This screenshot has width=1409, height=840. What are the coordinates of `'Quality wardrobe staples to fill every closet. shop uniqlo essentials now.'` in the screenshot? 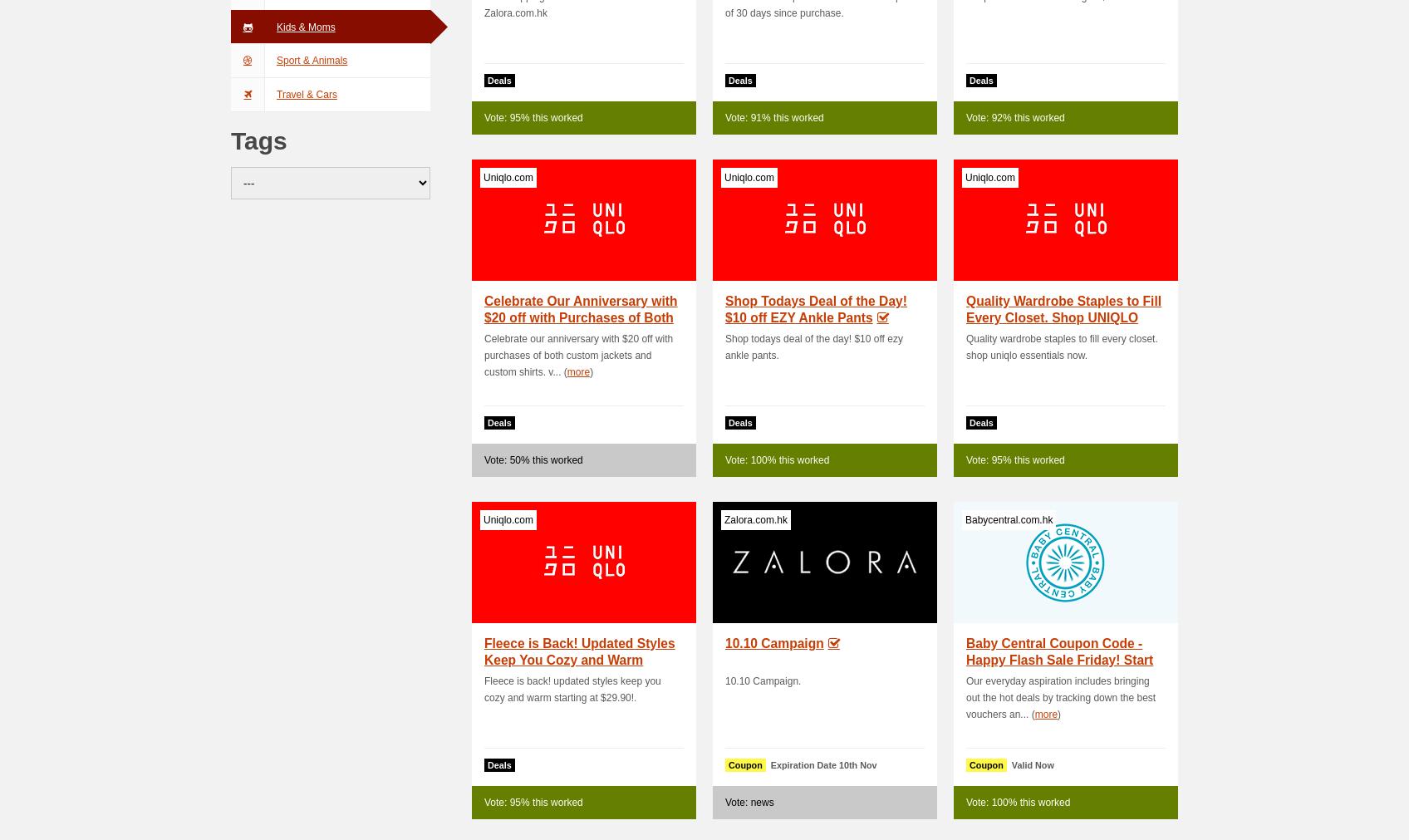 It's located at (1061, 346).